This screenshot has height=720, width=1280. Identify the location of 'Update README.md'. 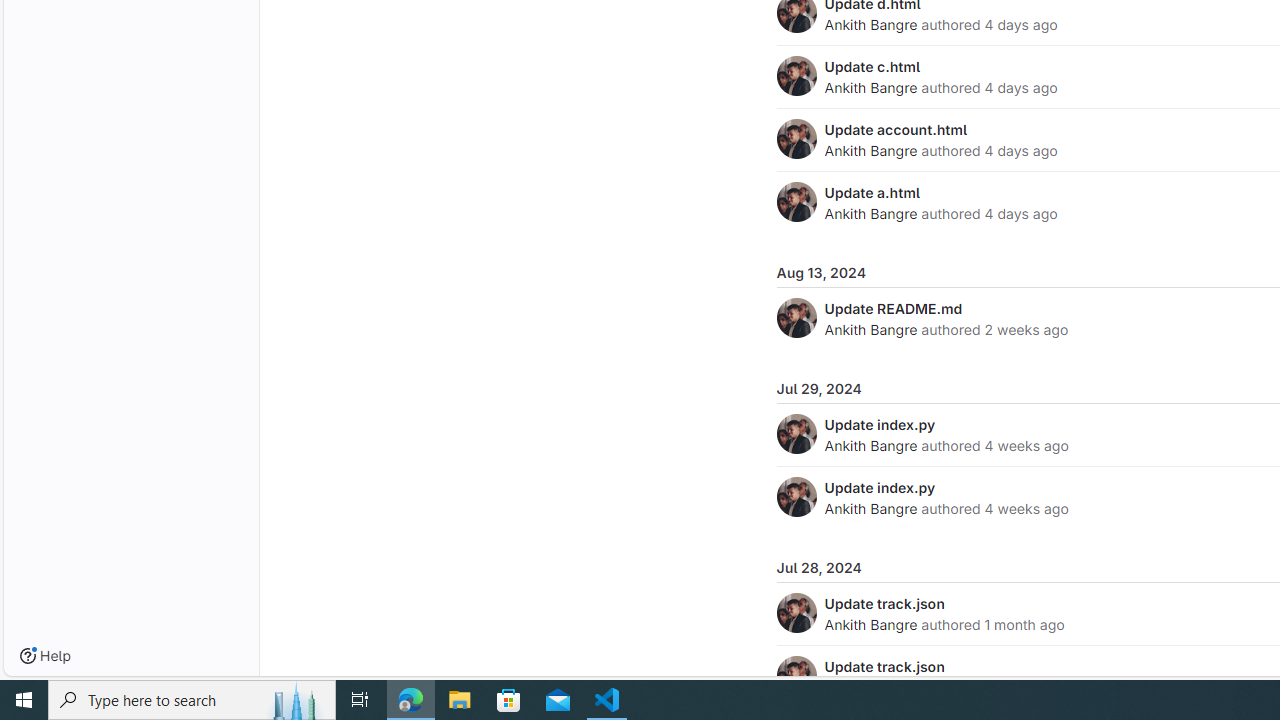
(892, 308).